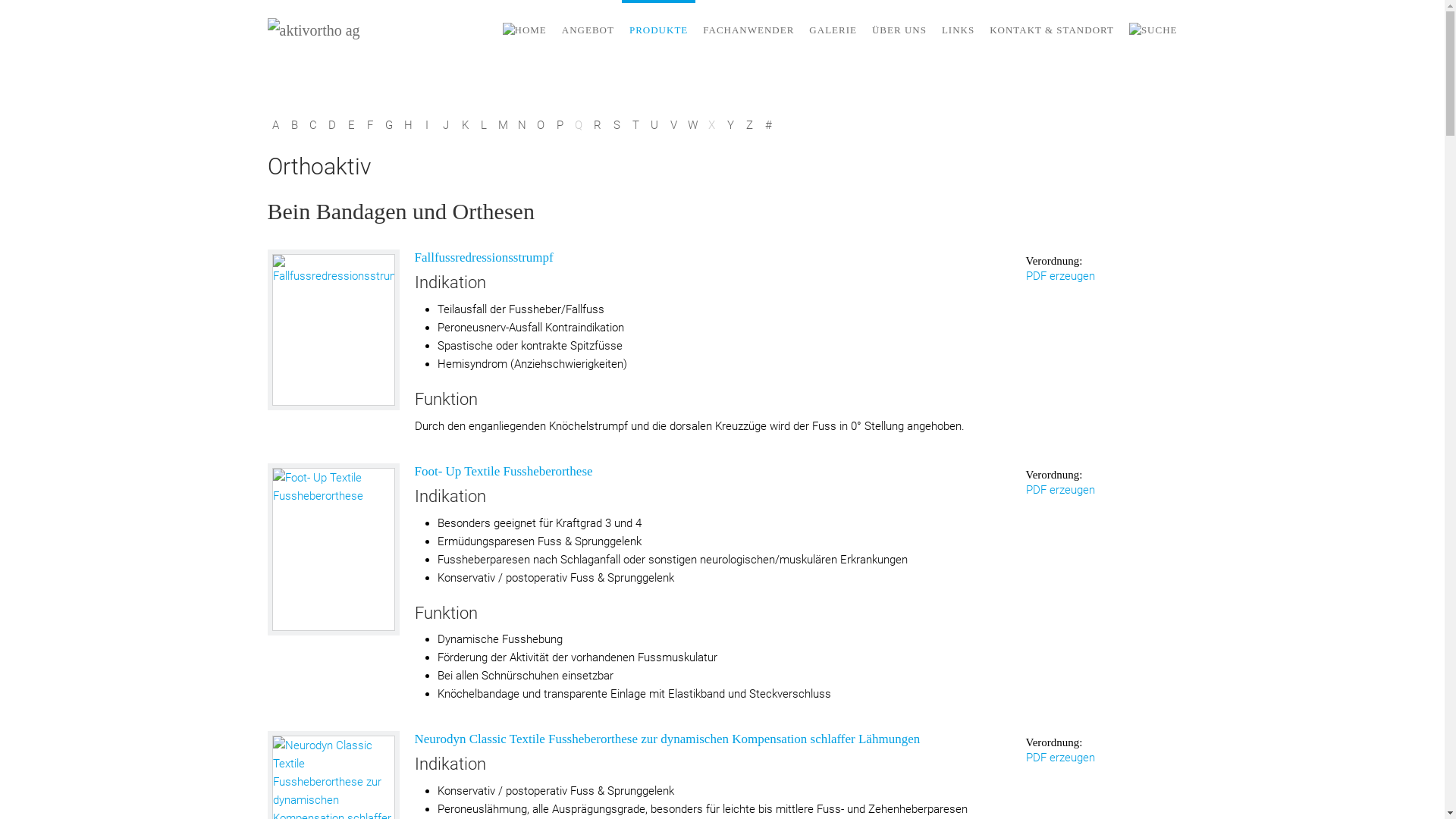  Describe the element at coordinates (694, 30) in the screenshot. I see `'FACHANWENDER'` at that location.